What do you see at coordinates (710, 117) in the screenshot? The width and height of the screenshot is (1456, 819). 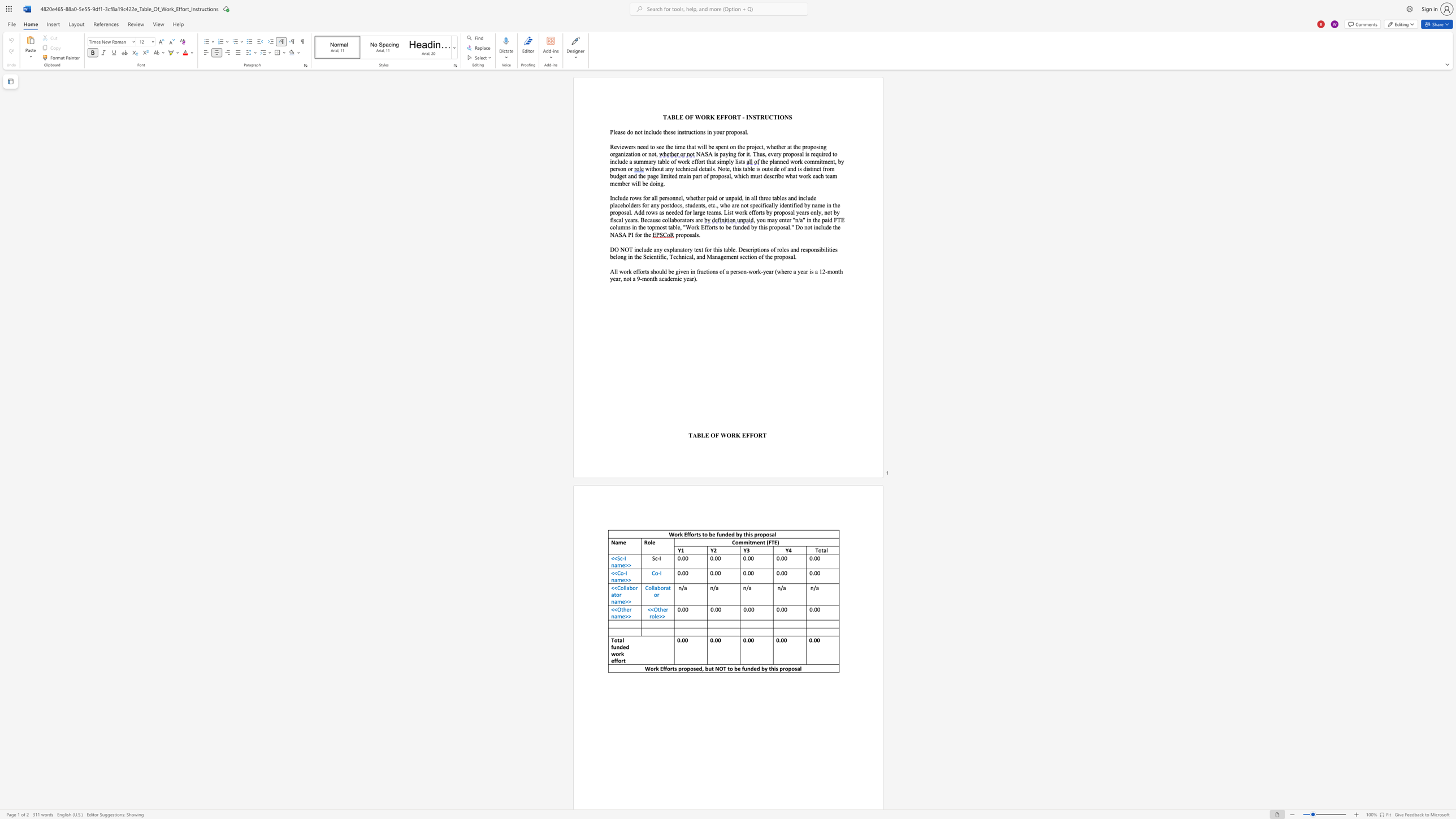 I see `the subset text "K EFFORT - INSTRUCTI" within the text "TABLE OF WORK EFFORT - INSTRUCTIONS"` at bounding box center [710, 117].